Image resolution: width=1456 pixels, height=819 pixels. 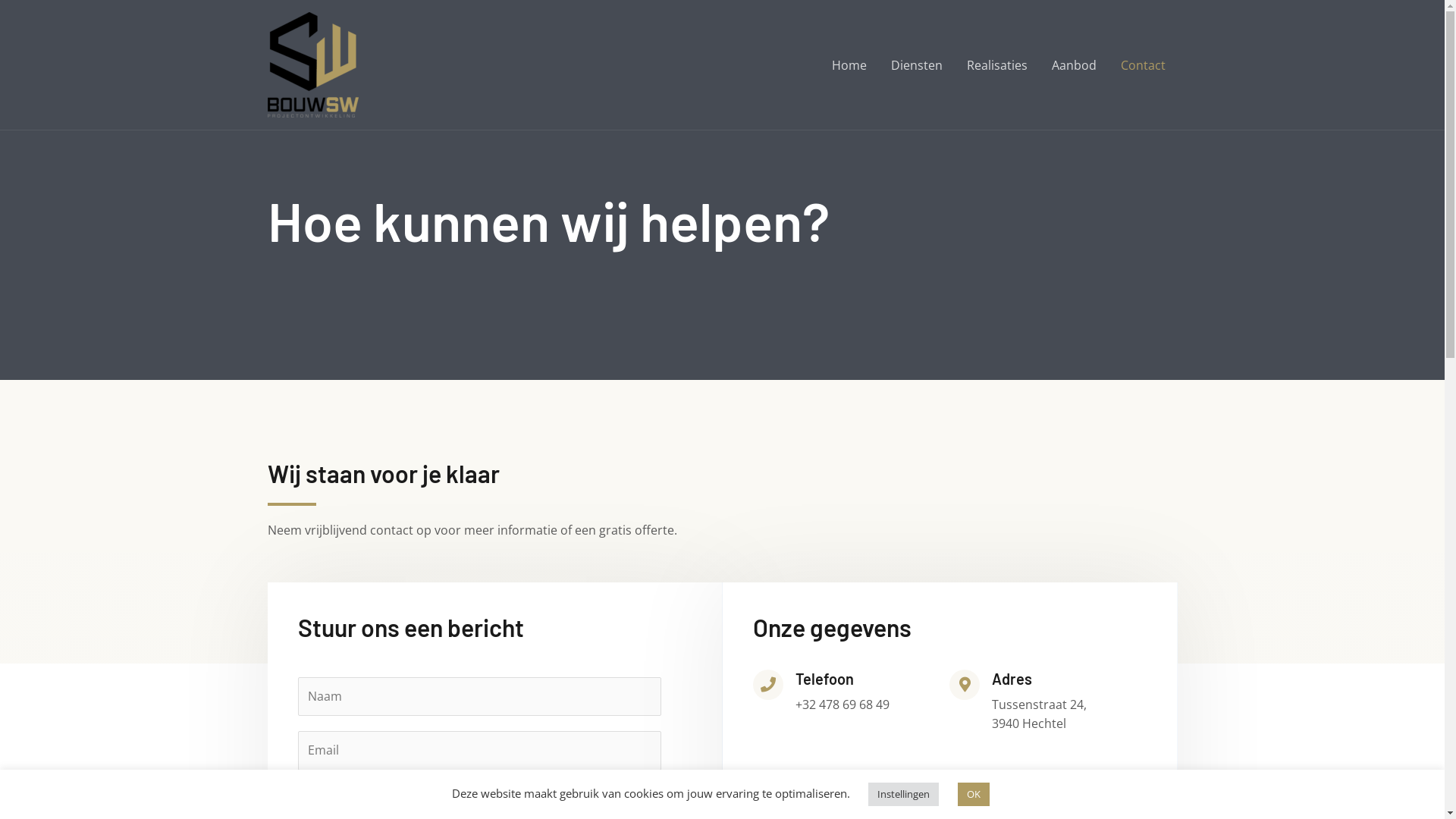 What do you see at coordinates (1143, 63) in the screenshot?
I see `'Contact'` at bounding box center [1143, 63].